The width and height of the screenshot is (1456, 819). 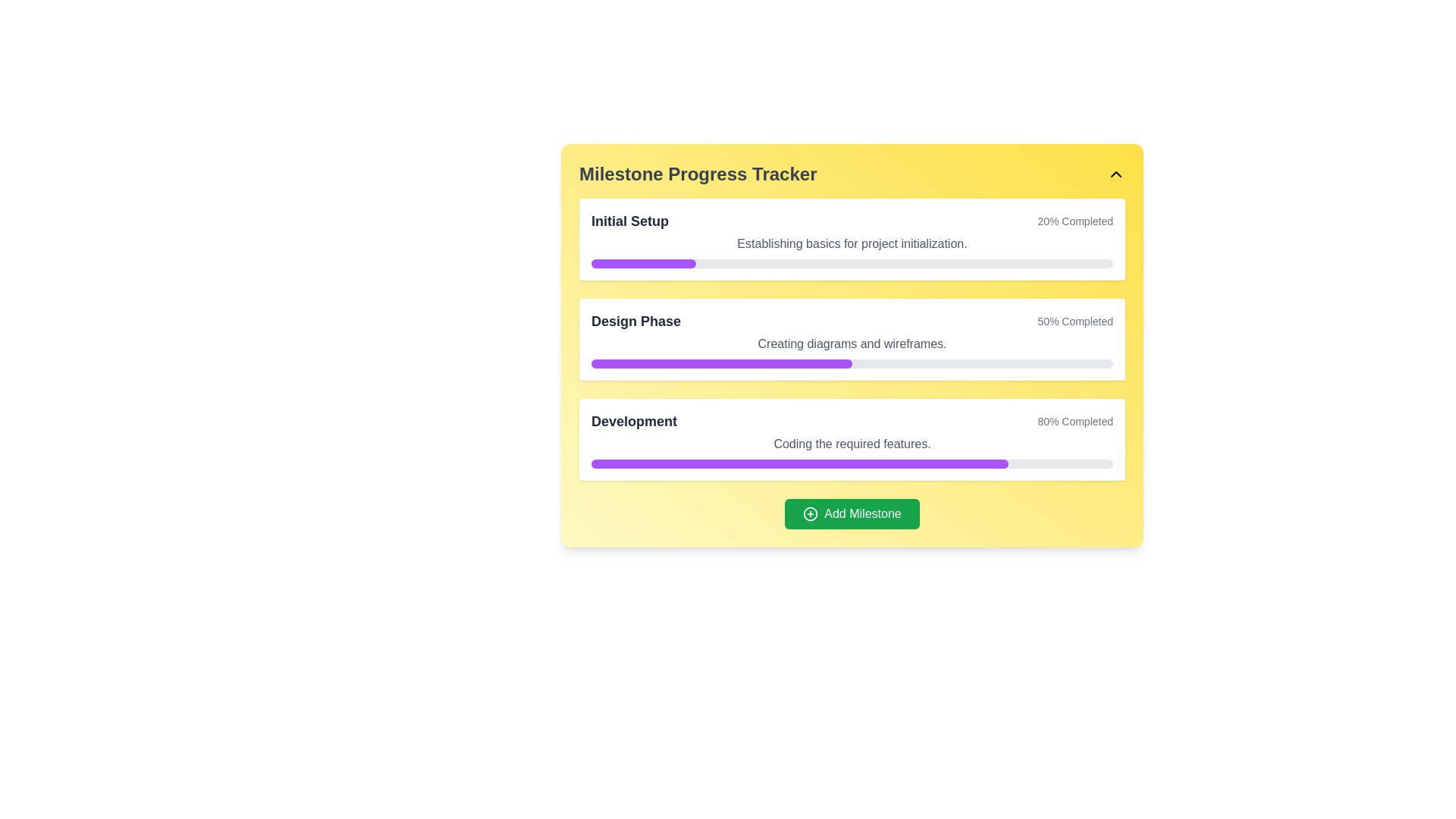 What do you see at coordinates (636, 321) in the screenshot?
I see `text 'Design Phase' from the bold text label located on the left side of the second milestone card in the progress tracker interface` at bounding box center [636, 321].